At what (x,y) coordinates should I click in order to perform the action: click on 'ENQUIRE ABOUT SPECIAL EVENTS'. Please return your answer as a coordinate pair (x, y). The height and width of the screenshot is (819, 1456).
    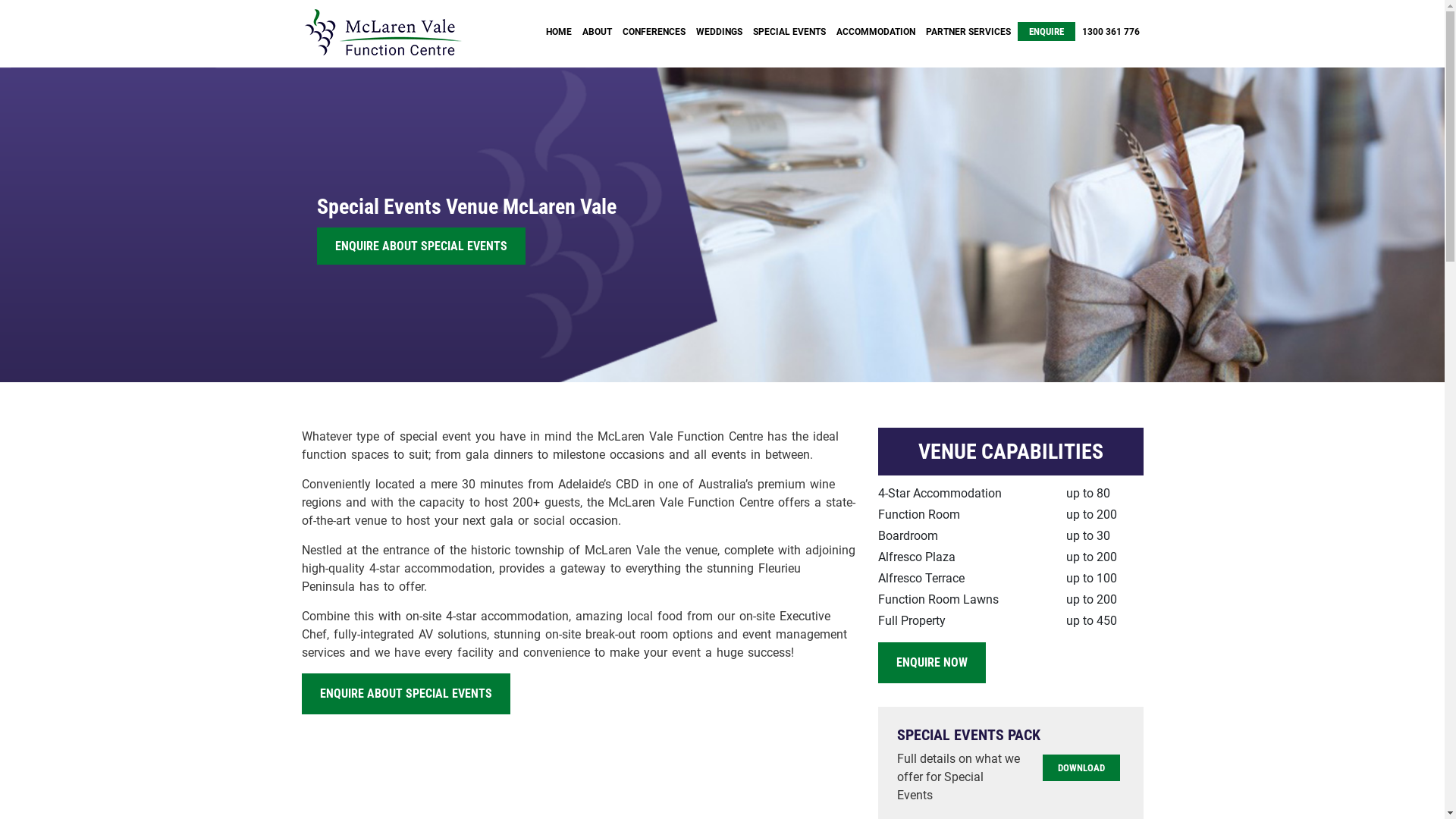
    Looking at the image, I should click on (406, 693).